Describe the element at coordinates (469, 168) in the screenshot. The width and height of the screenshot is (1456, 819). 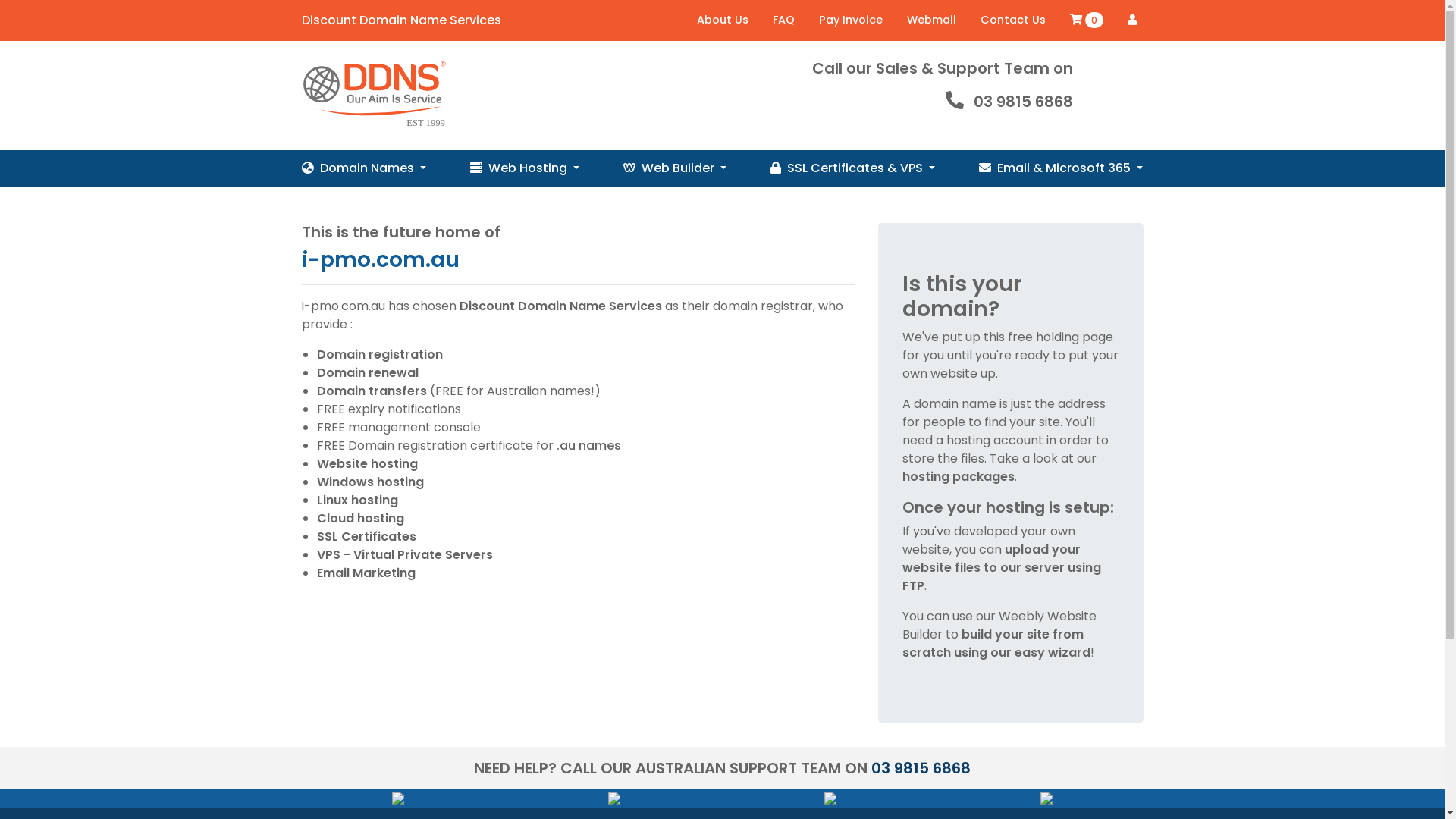
I see `'Web Hosting'` at that location.